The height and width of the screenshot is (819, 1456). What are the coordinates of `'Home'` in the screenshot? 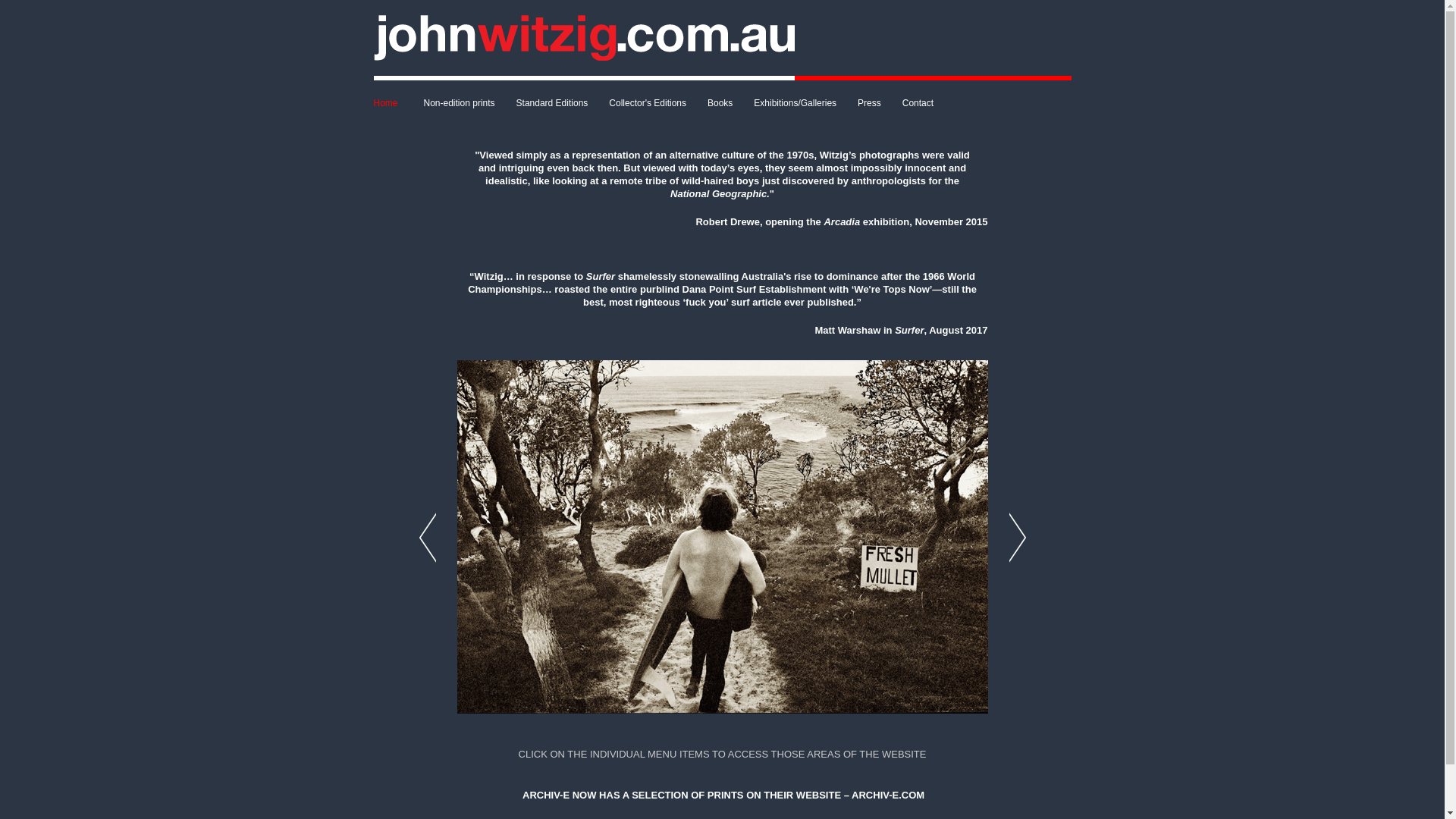 It's located at (393, 102).